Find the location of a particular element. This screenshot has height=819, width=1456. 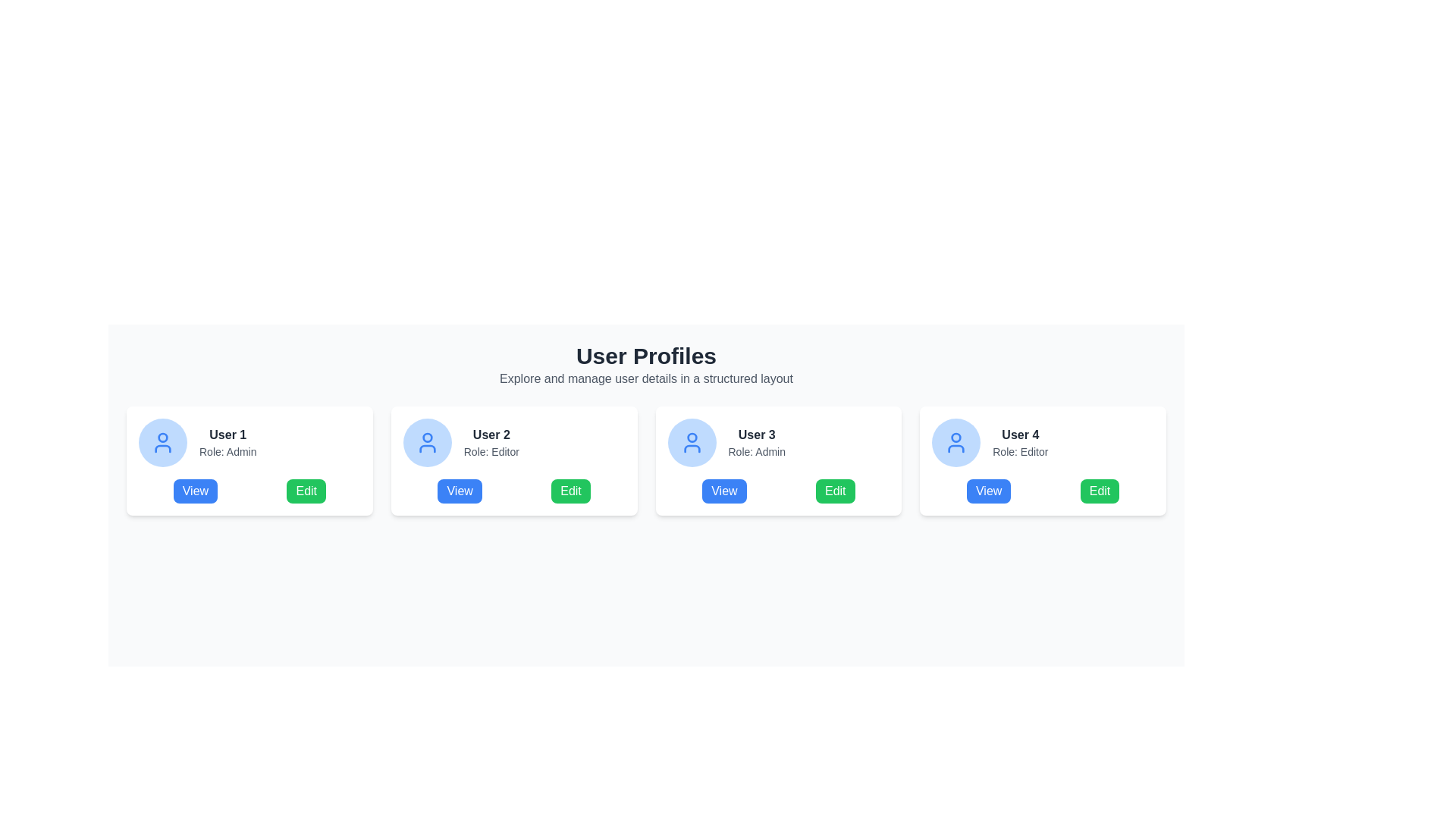

the text label displaying 'Role: Admin', which is styled in gray color and positioned below the bolded username 'User 1' in the first user card is located at coordinates (227, 451).